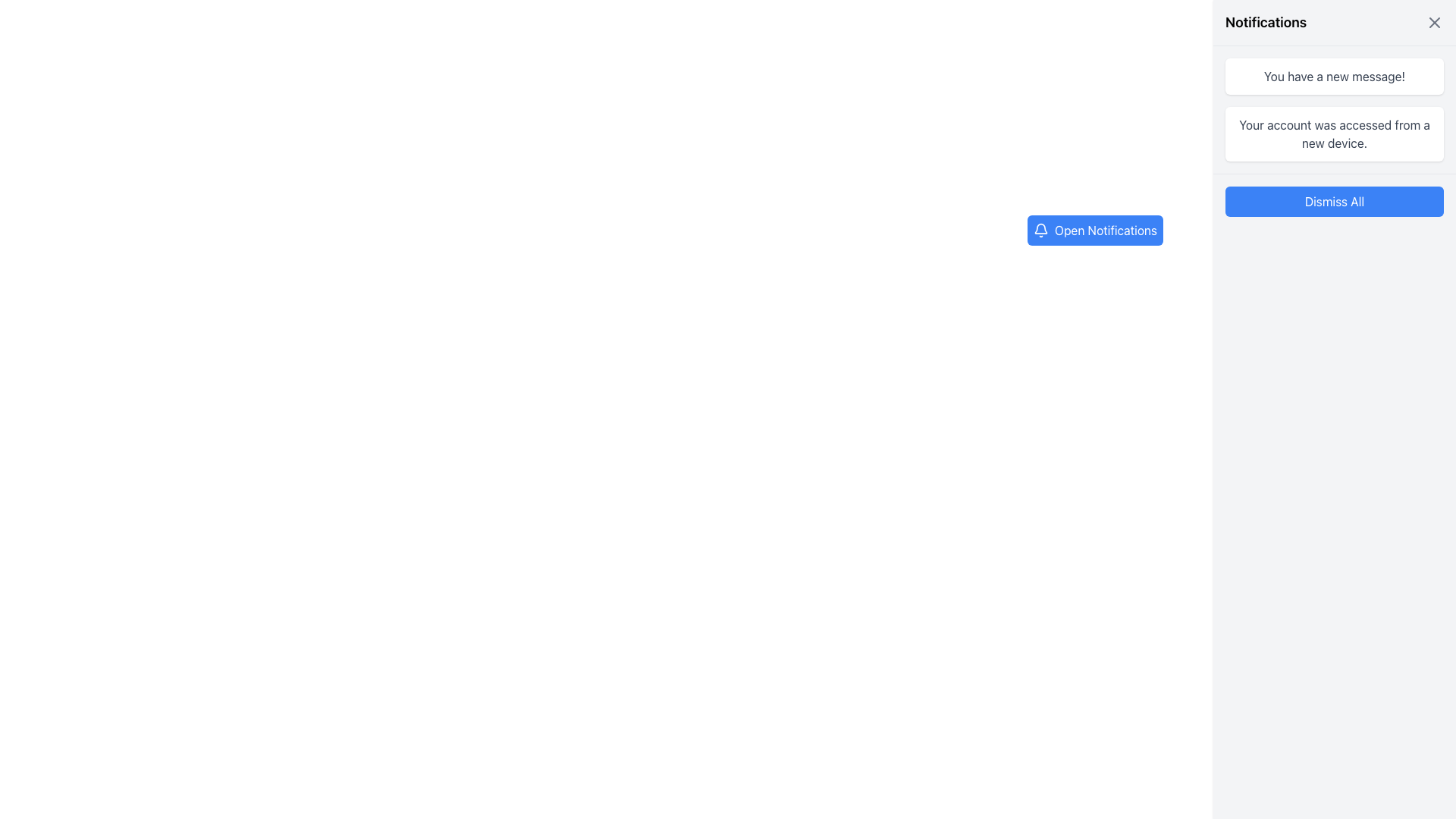 The image size is (1456, 819). Describe the element at coordinates (1106, 231) in the screenshot. I see `font and styling properties of the Text Label located within the button component, which indicates that clicking the button will open the notifications panel` at that location.